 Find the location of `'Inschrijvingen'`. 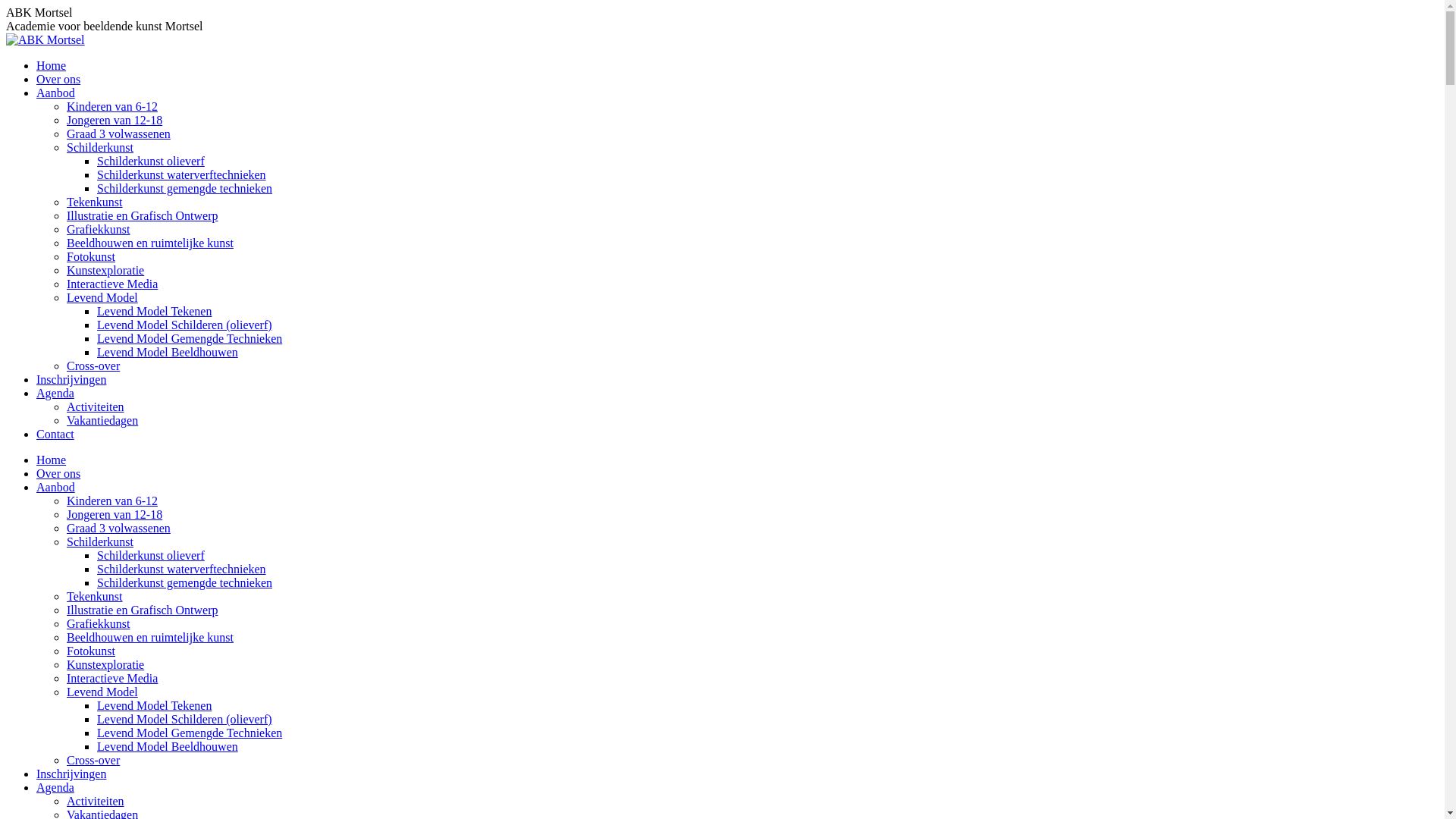

'Inschrijvingen' is located at coordinates (36, 378).